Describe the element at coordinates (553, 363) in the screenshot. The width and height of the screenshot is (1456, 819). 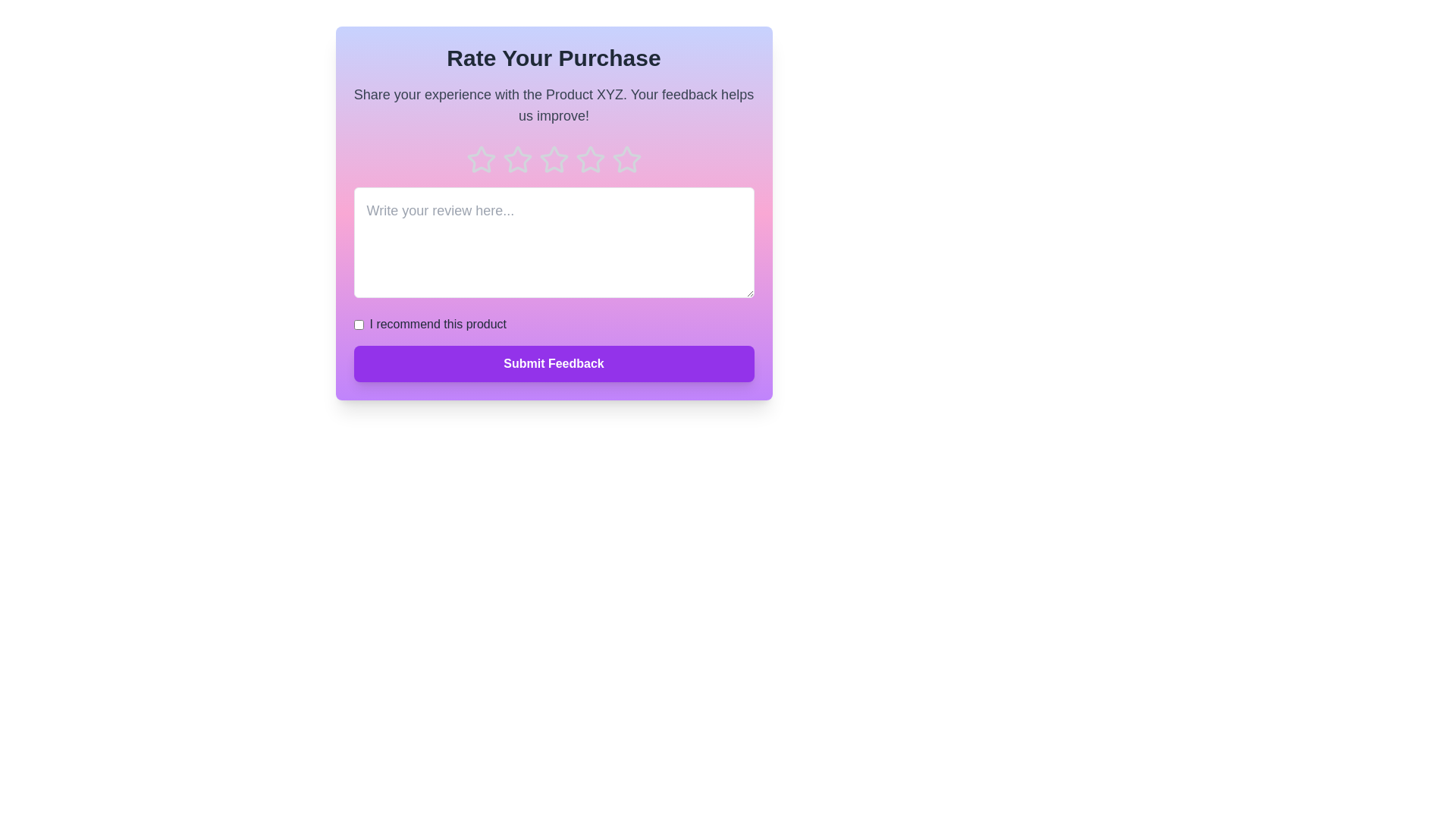
I see `the 'Submit Feedback' button` at that location.